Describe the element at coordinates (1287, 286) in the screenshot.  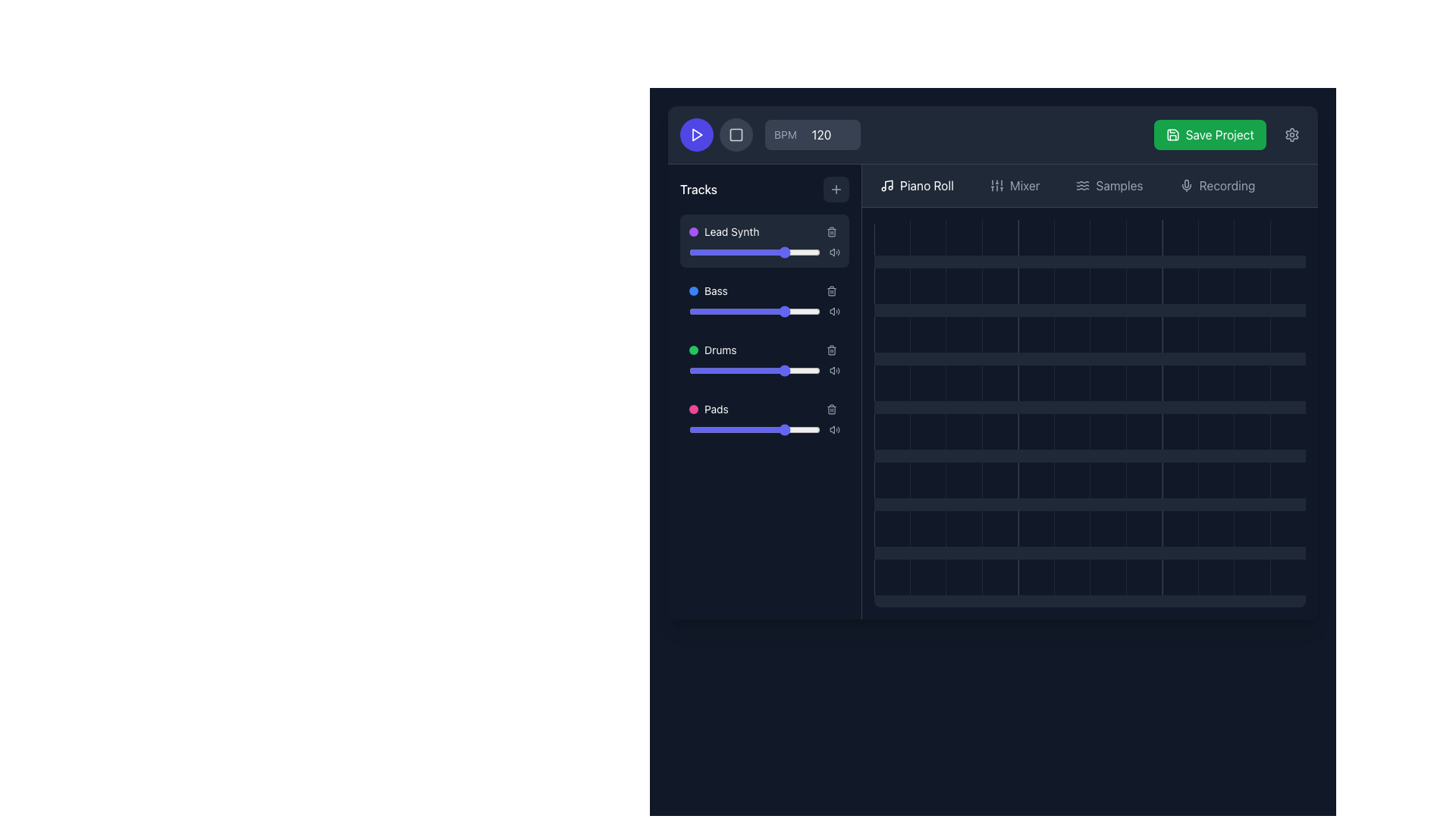
I see `the 12th tile in the second row of the grid layout, which serves as a selectable option within the interface` at that location.